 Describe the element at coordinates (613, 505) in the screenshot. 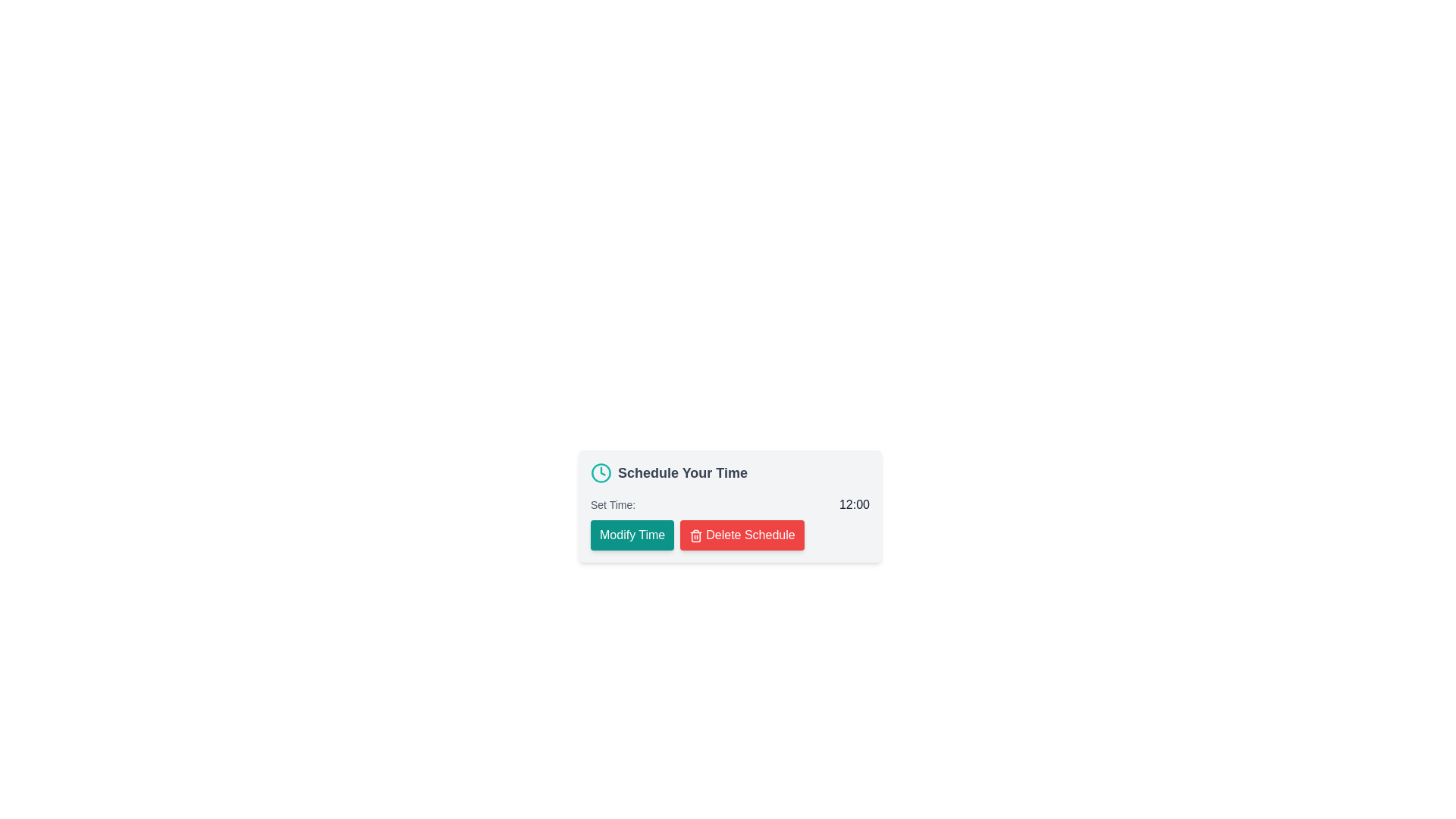

I see `the static text label 'Set Time:' which is styled in gray and located to the left of the displayed time value '12:00' in the 'Schedule Your Time' module` at that location.